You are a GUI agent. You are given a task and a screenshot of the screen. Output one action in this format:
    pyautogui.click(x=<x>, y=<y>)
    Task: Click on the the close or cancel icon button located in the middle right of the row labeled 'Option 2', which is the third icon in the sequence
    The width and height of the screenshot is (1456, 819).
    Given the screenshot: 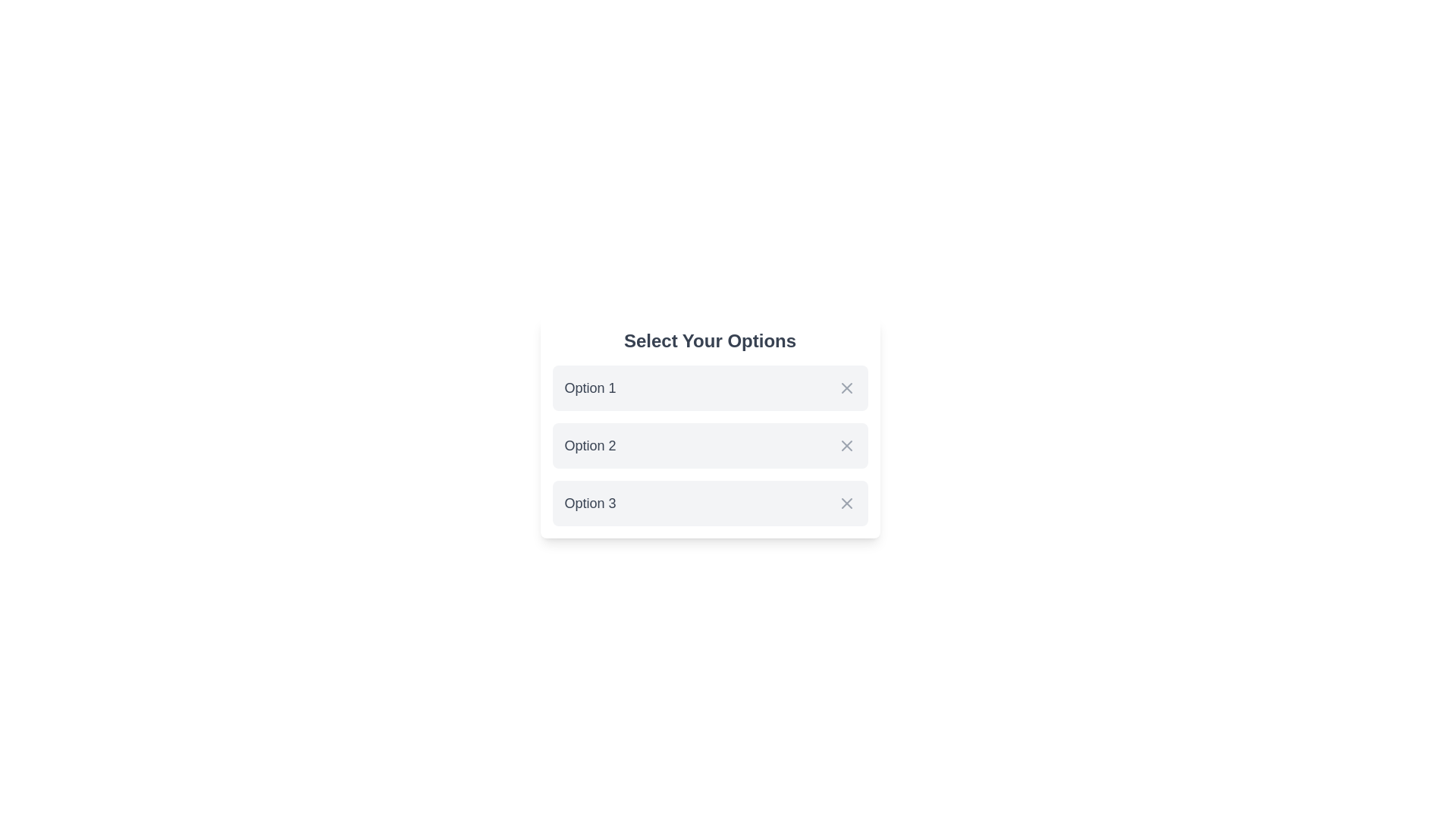 What is the action you would take?
    pyautogui.click(x=846, y=444)
    